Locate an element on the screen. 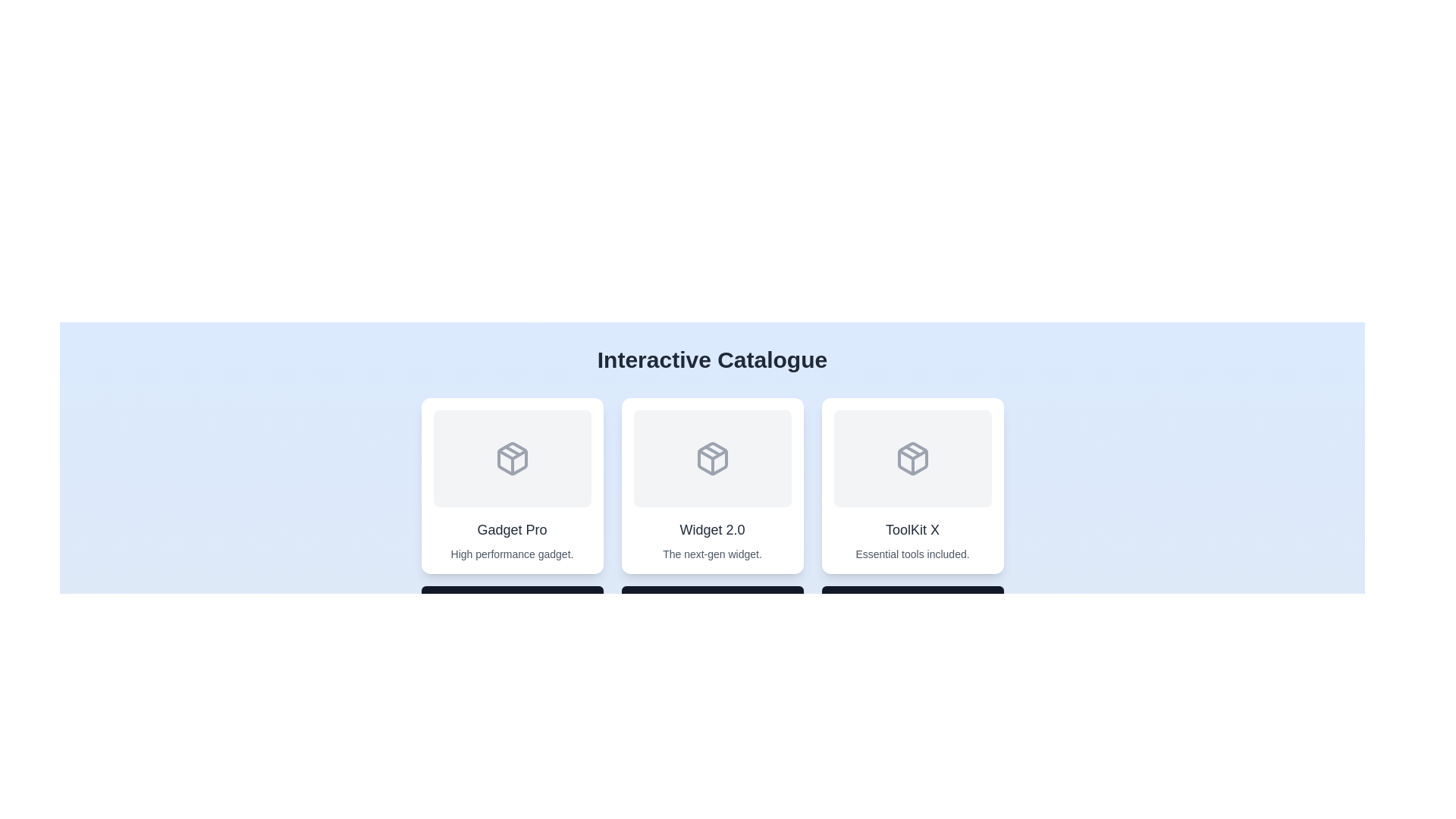  the central icon of the 'Widget 2.0' card, which serves as a visual representation within a three-card layout is located at coordinates (711, 458).